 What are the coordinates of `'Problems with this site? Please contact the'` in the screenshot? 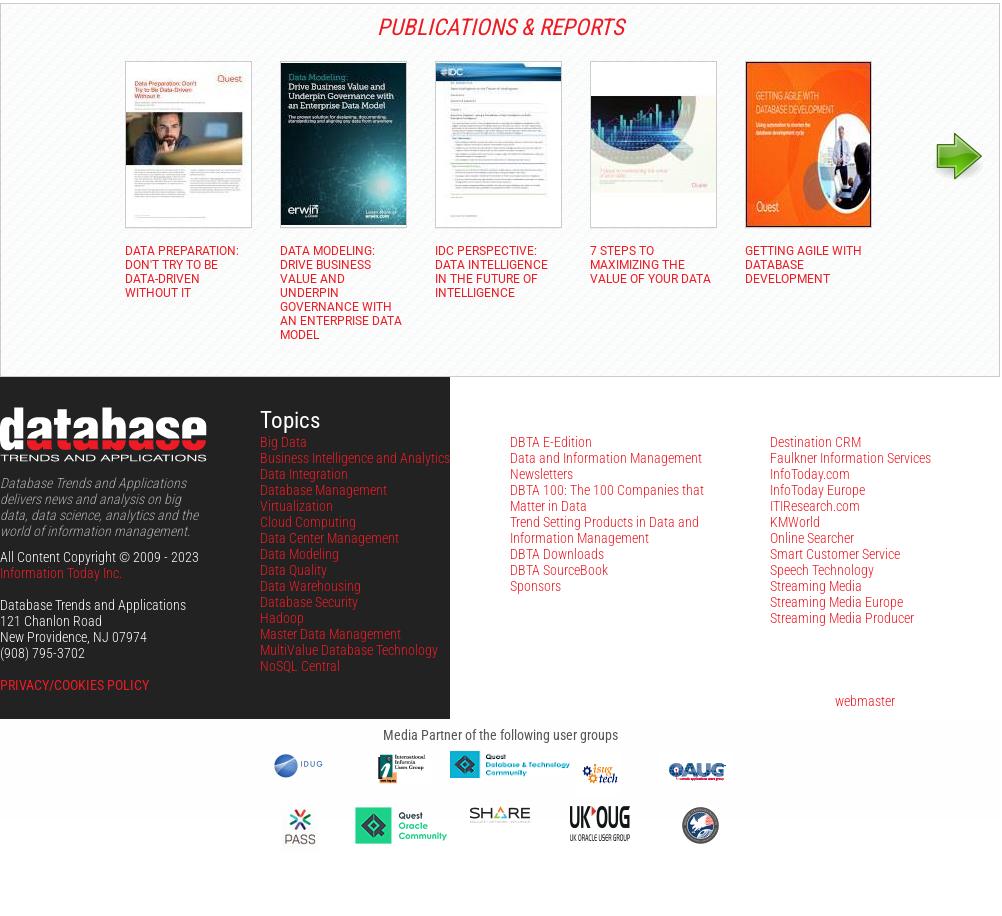 It's located at (717, 701).